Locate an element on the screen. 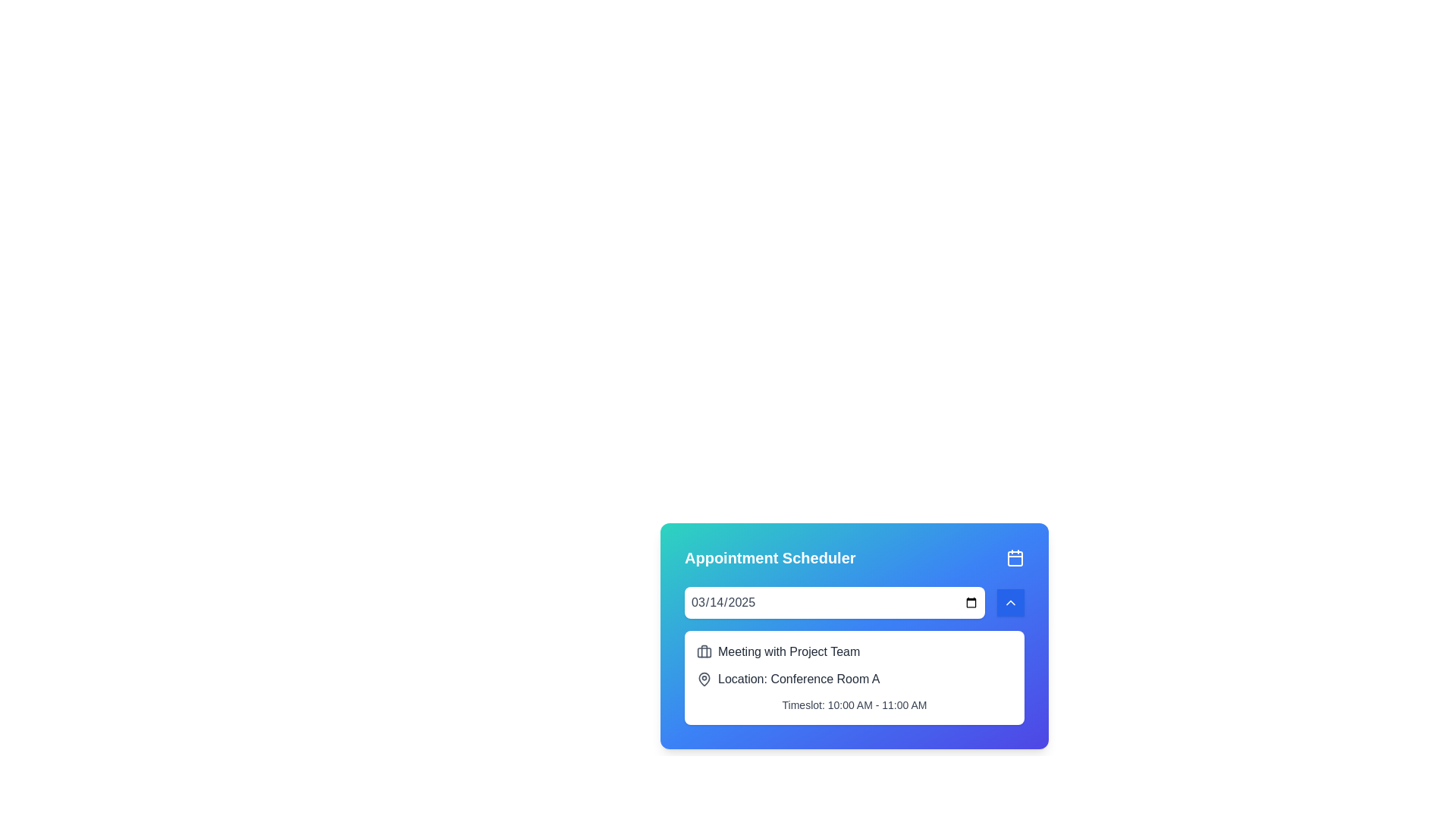  the location icon that indicates the physical or virtual location, positioned to the left of the 'Location: Conference Room A' text in the second section of the card is located at coordinates (704, 677).